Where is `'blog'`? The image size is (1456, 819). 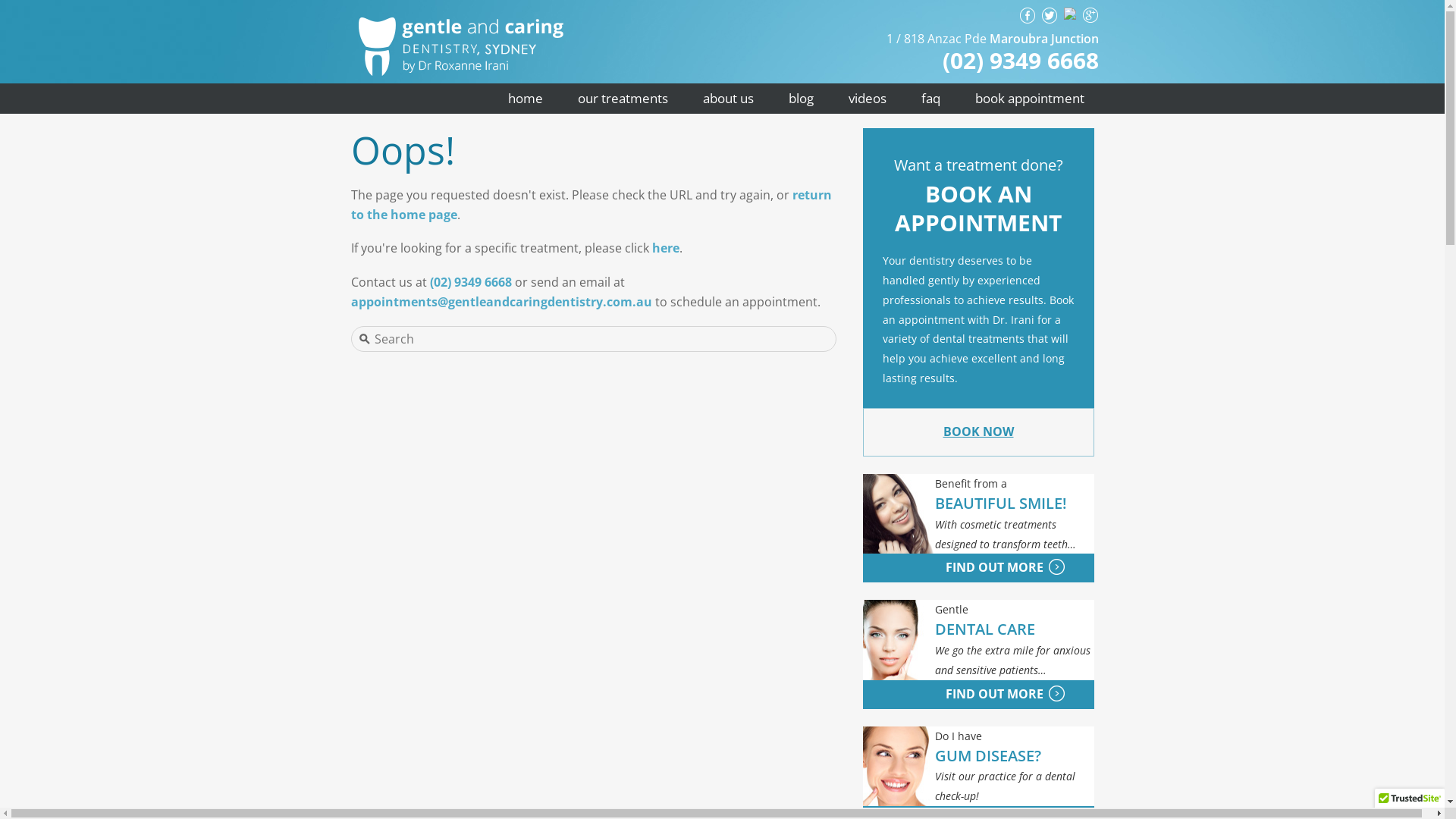
'blog' is located at coordinates (799, 99).